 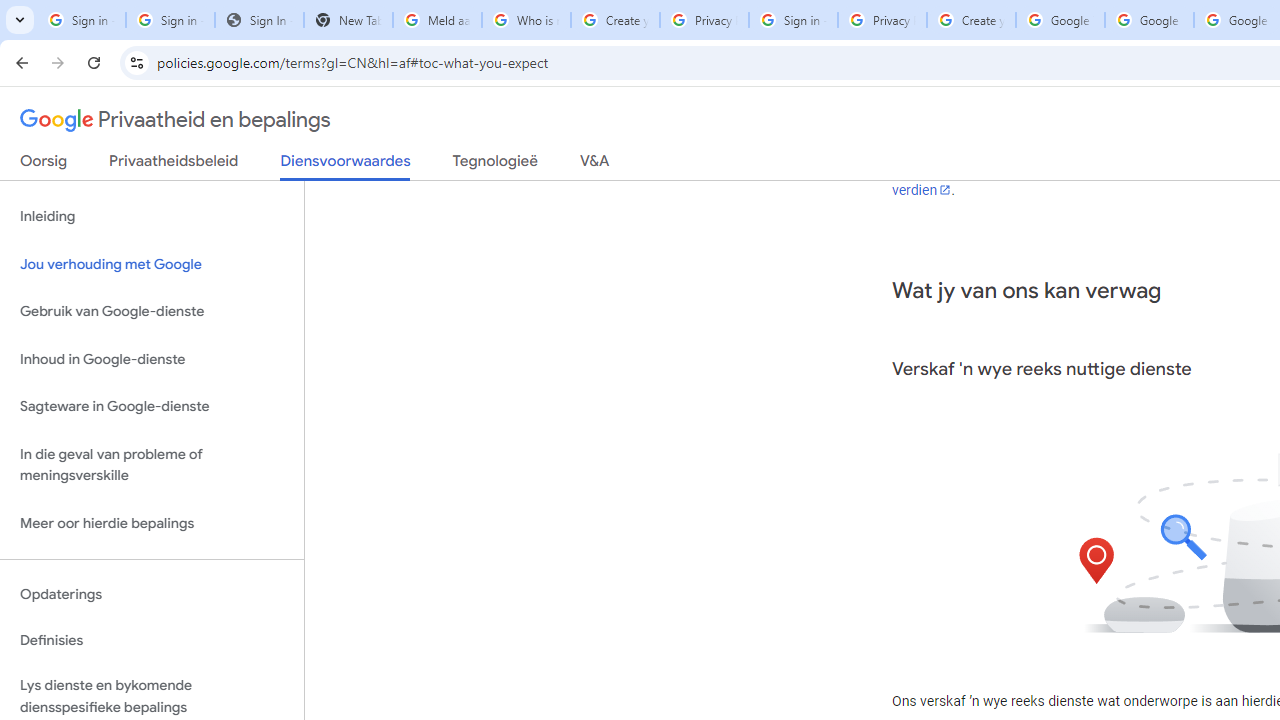 What do you see at coordinates (792, 20) in the screenshot?
I see `'Sign in - Google Accounts'` at bounding box center [792, 20].